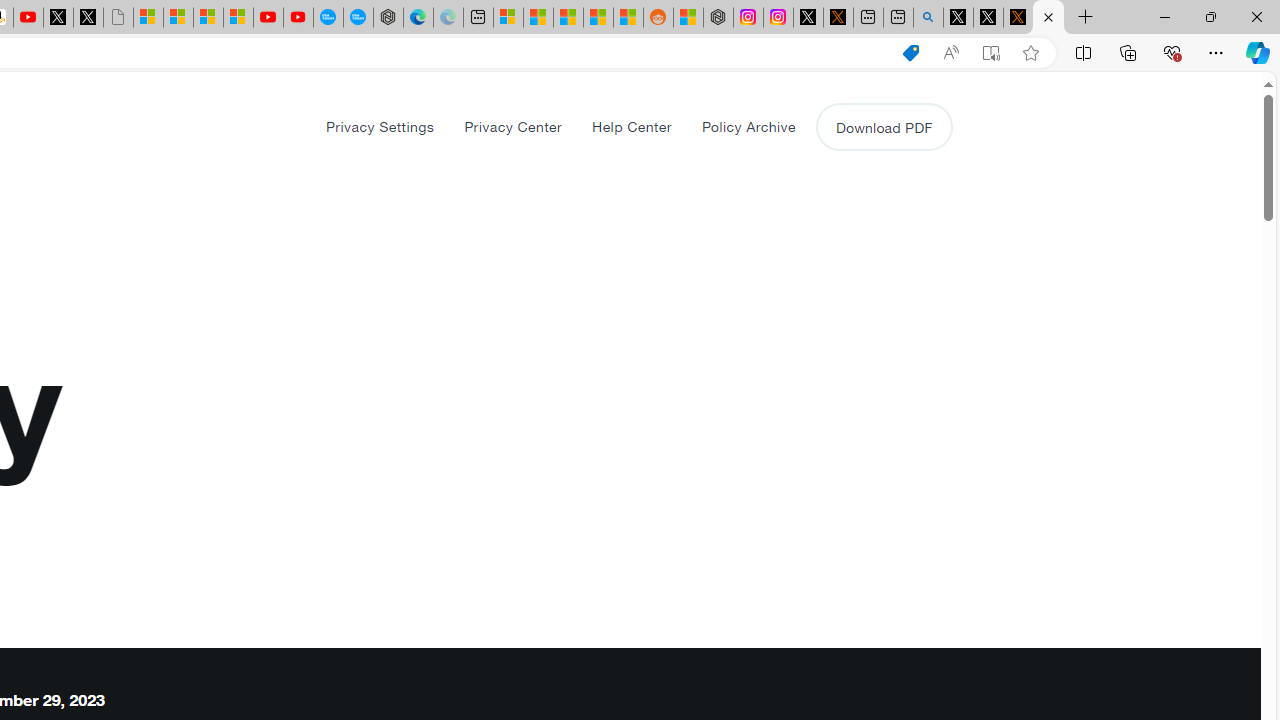 The image size is (1280, 720). What do you see at coordinates (950, 52) in the screenshot?
I see `'Read aloud this page (Ctrl+Shift+U)'` at bounding box center [950, 52].